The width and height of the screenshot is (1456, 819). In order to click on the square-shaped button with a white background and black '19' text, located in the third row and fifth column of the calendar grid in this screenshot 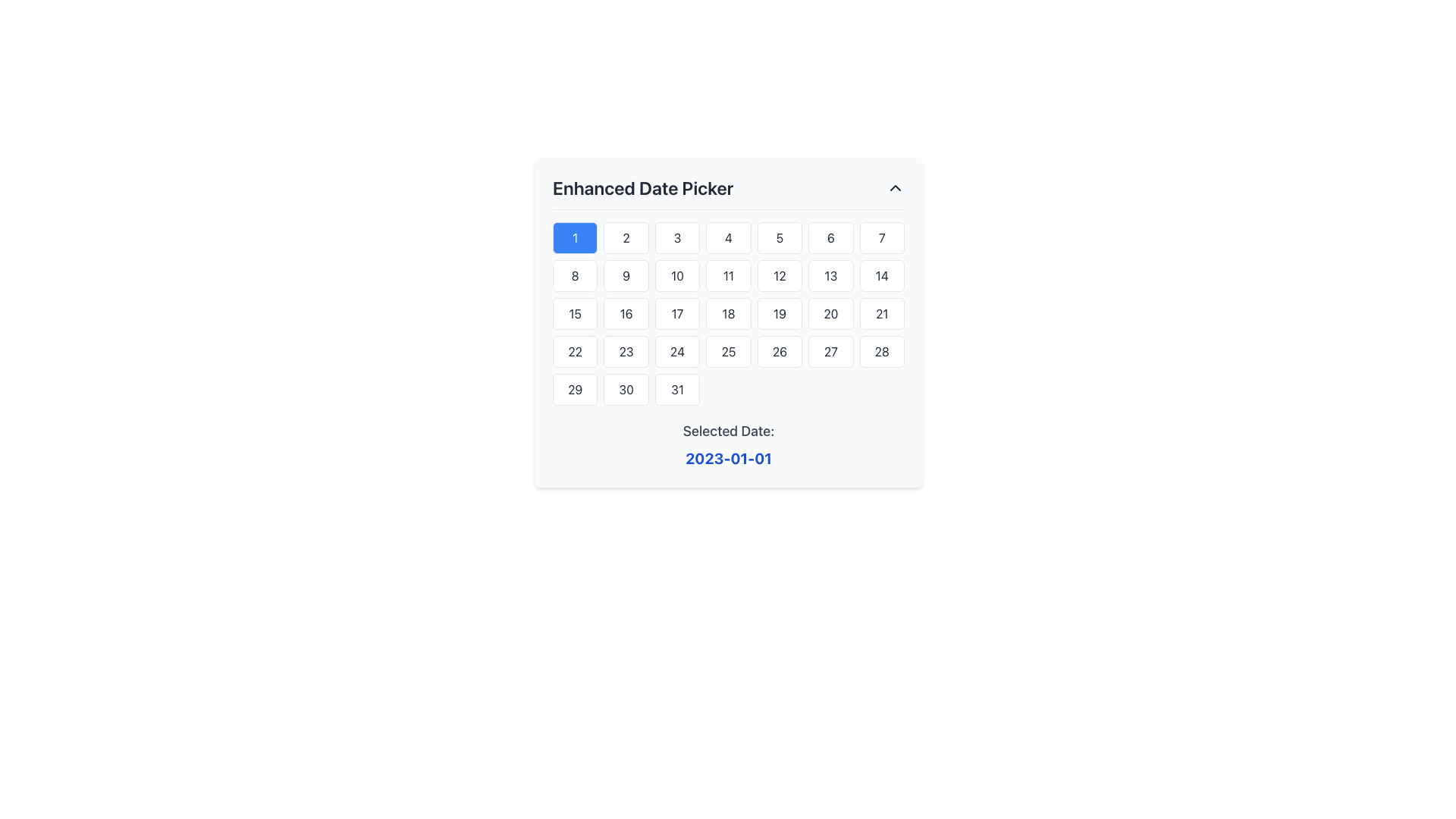, I will do `click(780, 312)`.